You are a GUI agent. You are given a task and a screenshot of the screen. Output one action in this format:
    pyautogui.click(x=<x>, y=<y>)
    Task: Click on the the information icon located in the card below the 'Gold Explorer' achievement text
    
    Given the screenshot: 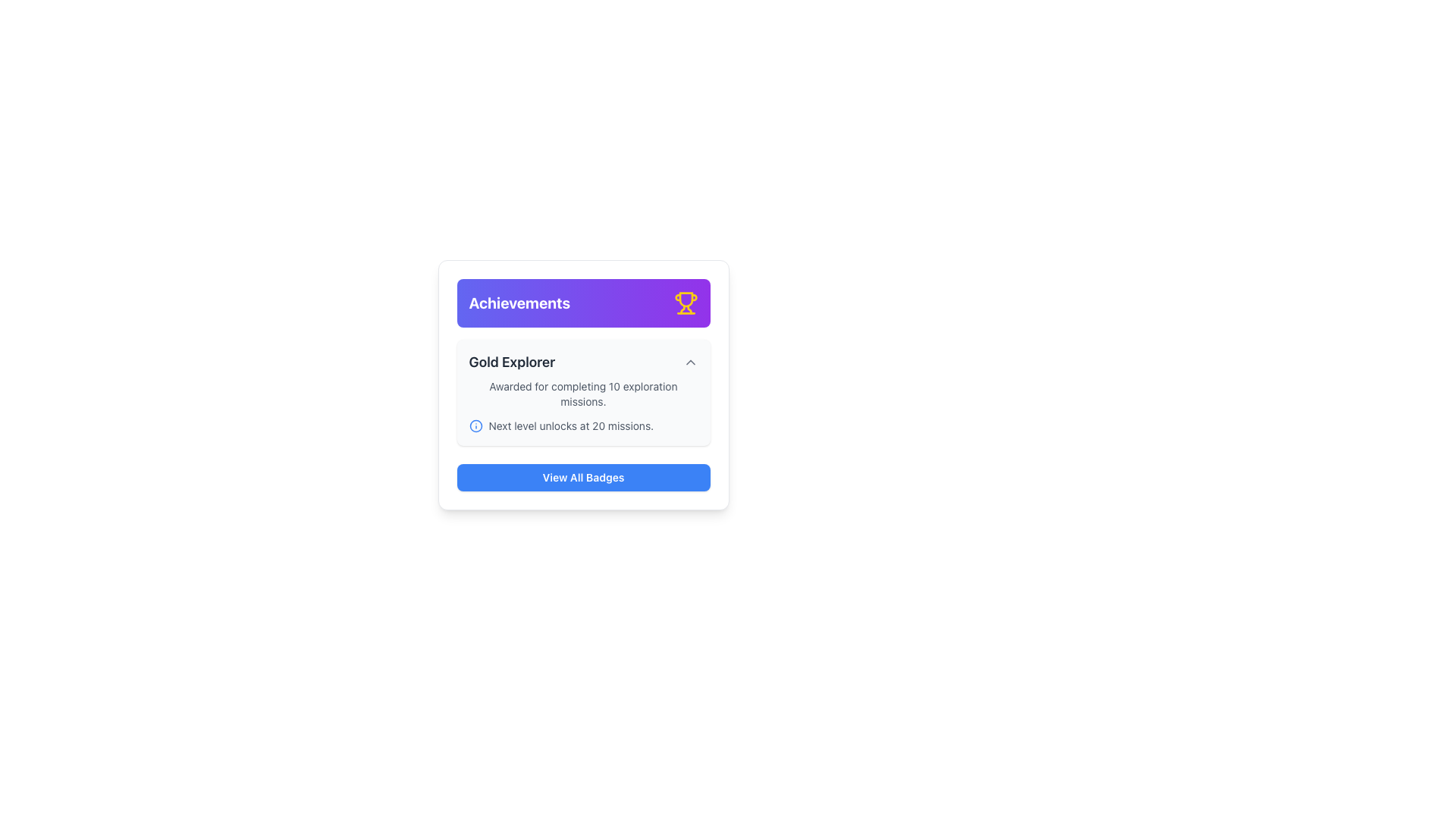 What is the action you would take?
    pyautogui.click(x=475, y=426)
    